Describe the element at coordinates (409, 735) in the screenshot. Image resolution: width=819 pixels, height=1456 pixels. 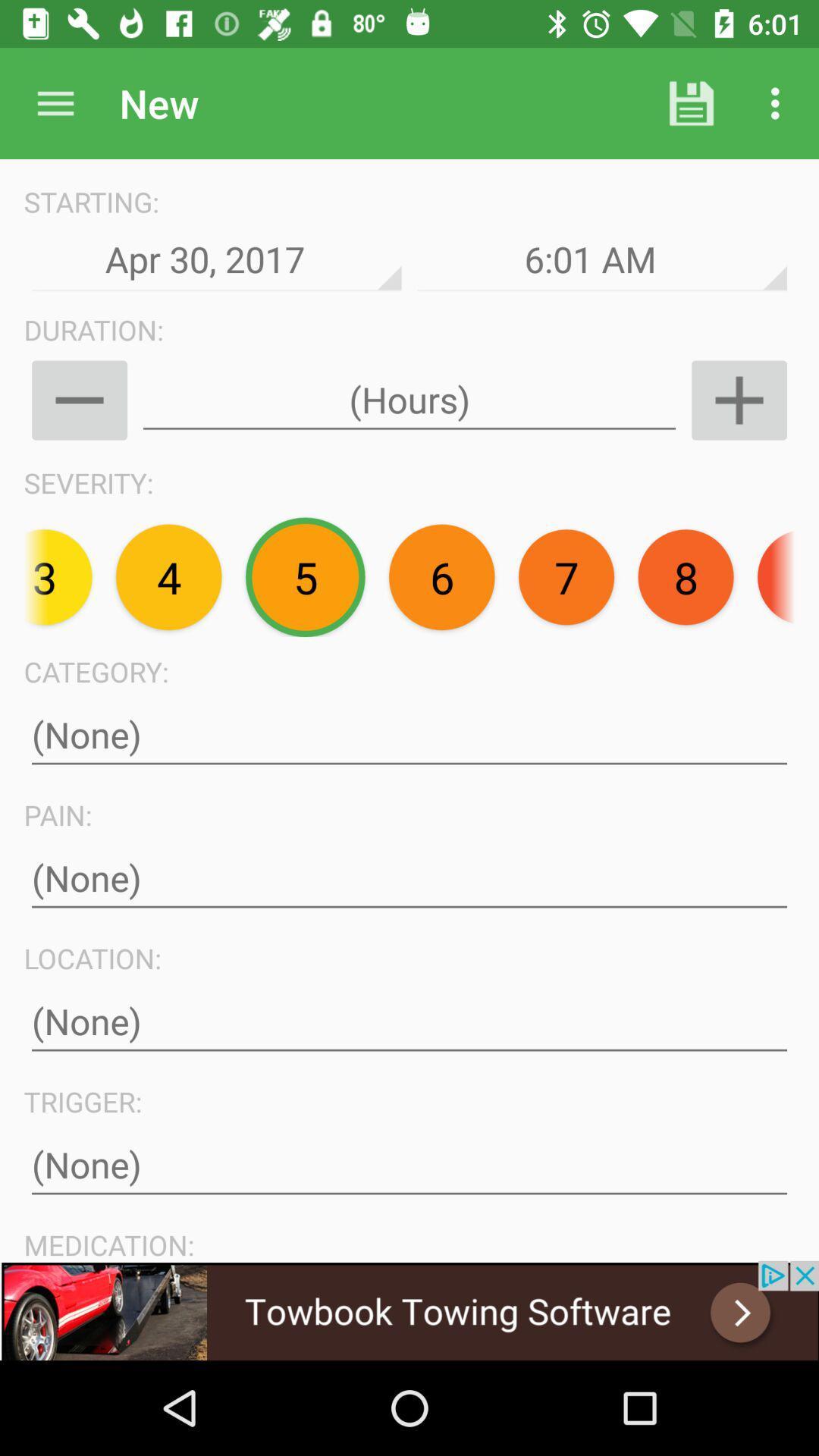
I see `category label` at that location.